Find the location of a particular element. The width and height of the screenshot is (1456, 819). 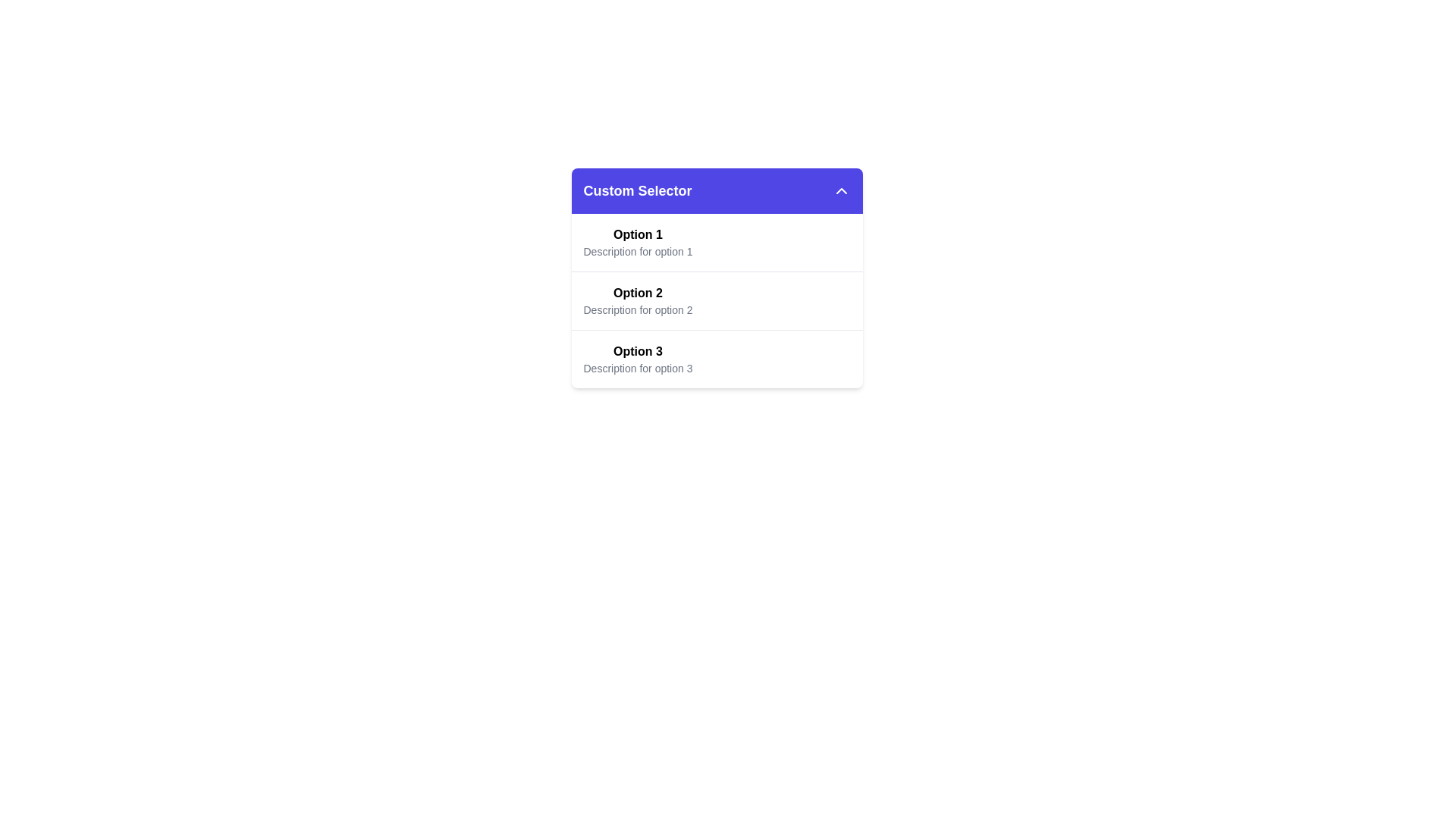

the text label displaying 'Option 3', which is bold and located above the description 'Description for option 3' in a dropdown-like menu under the 'Custom Selector' header is located at coordinates (638, 351).